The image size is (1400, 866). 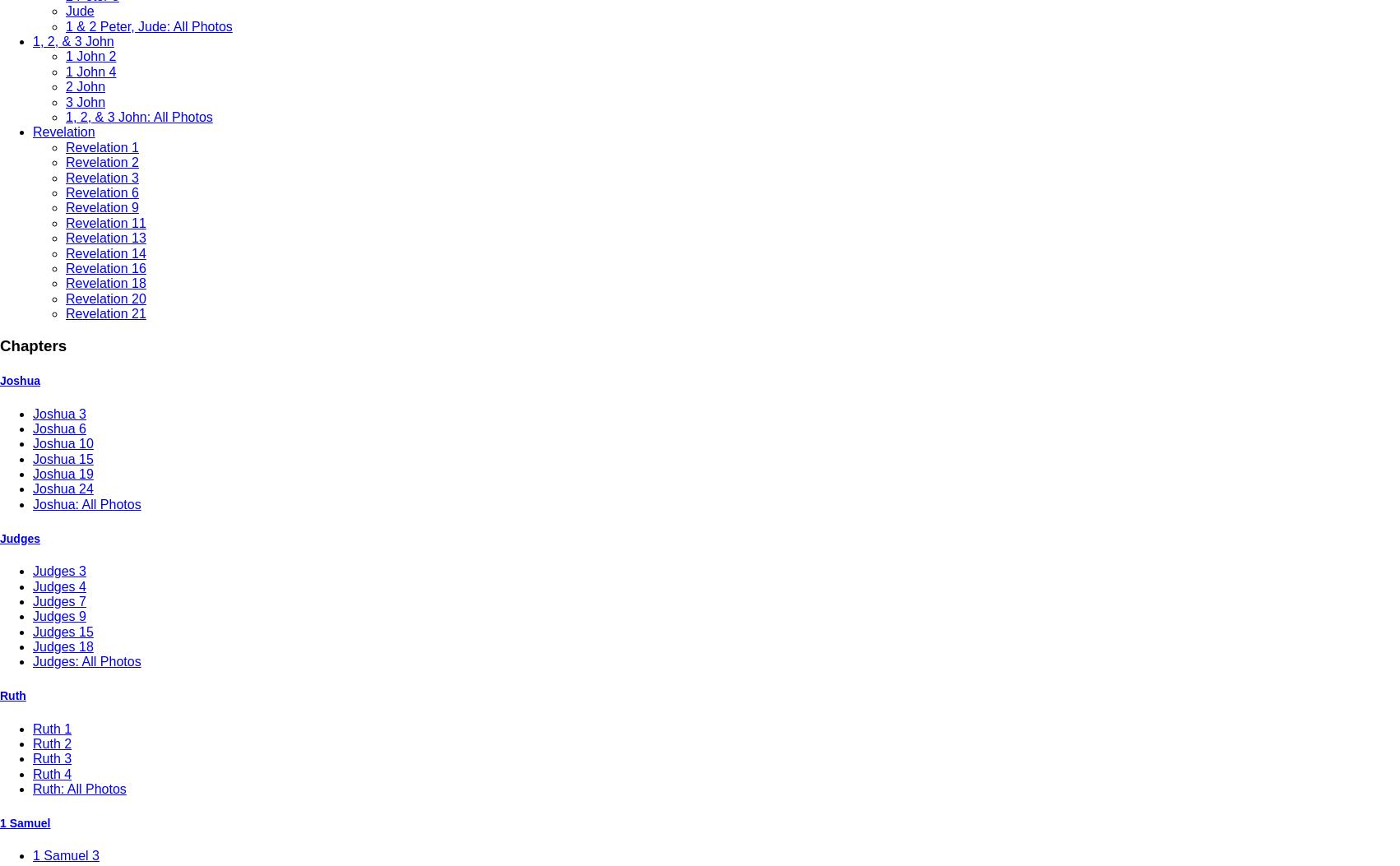 What do you see at coordinates (63, 631) in the screenshot?
I see `'Judges 15'` at bounding box center [63, 631].